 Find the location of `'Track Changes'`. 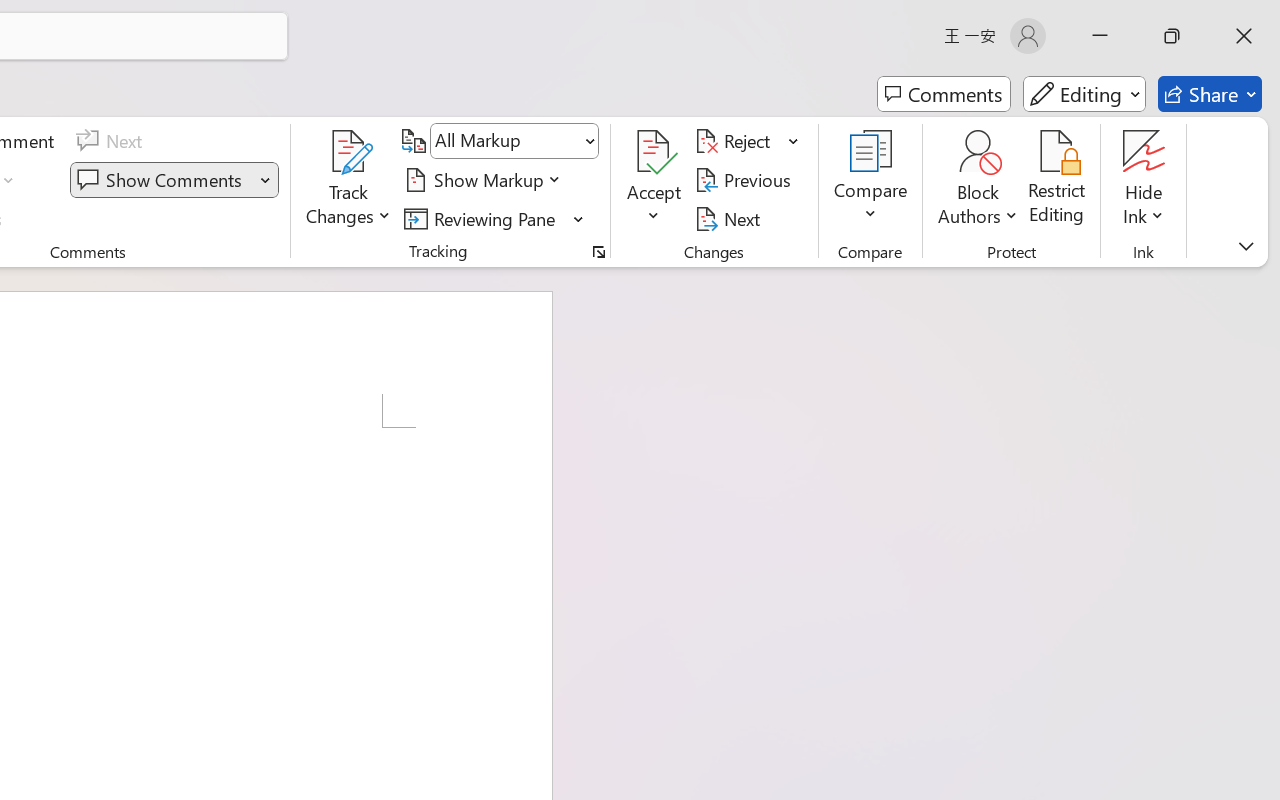

'Track Changes' is located at coordinates (349, 151).